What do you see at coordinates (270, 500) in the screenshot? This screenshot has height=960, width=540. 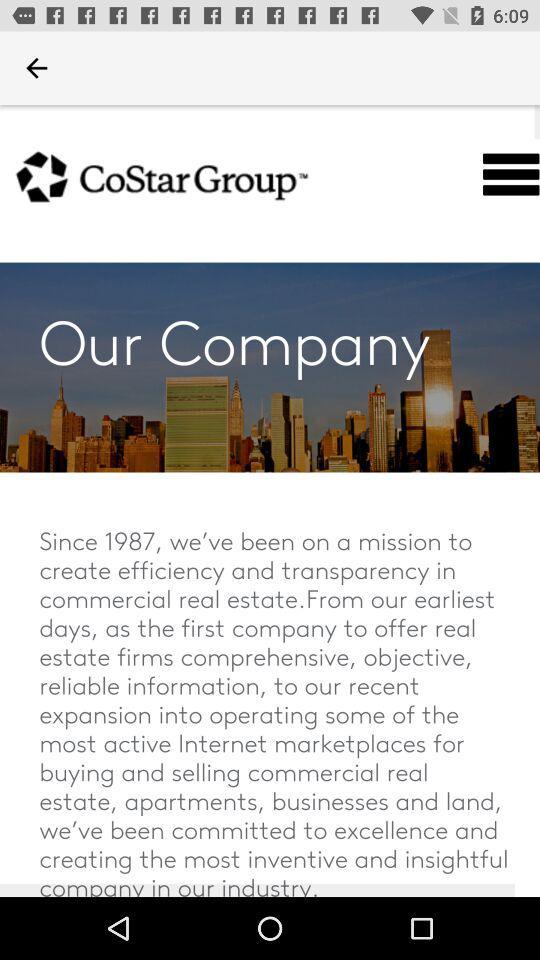 I see `take me to the site` at bounding box center [270, 500].